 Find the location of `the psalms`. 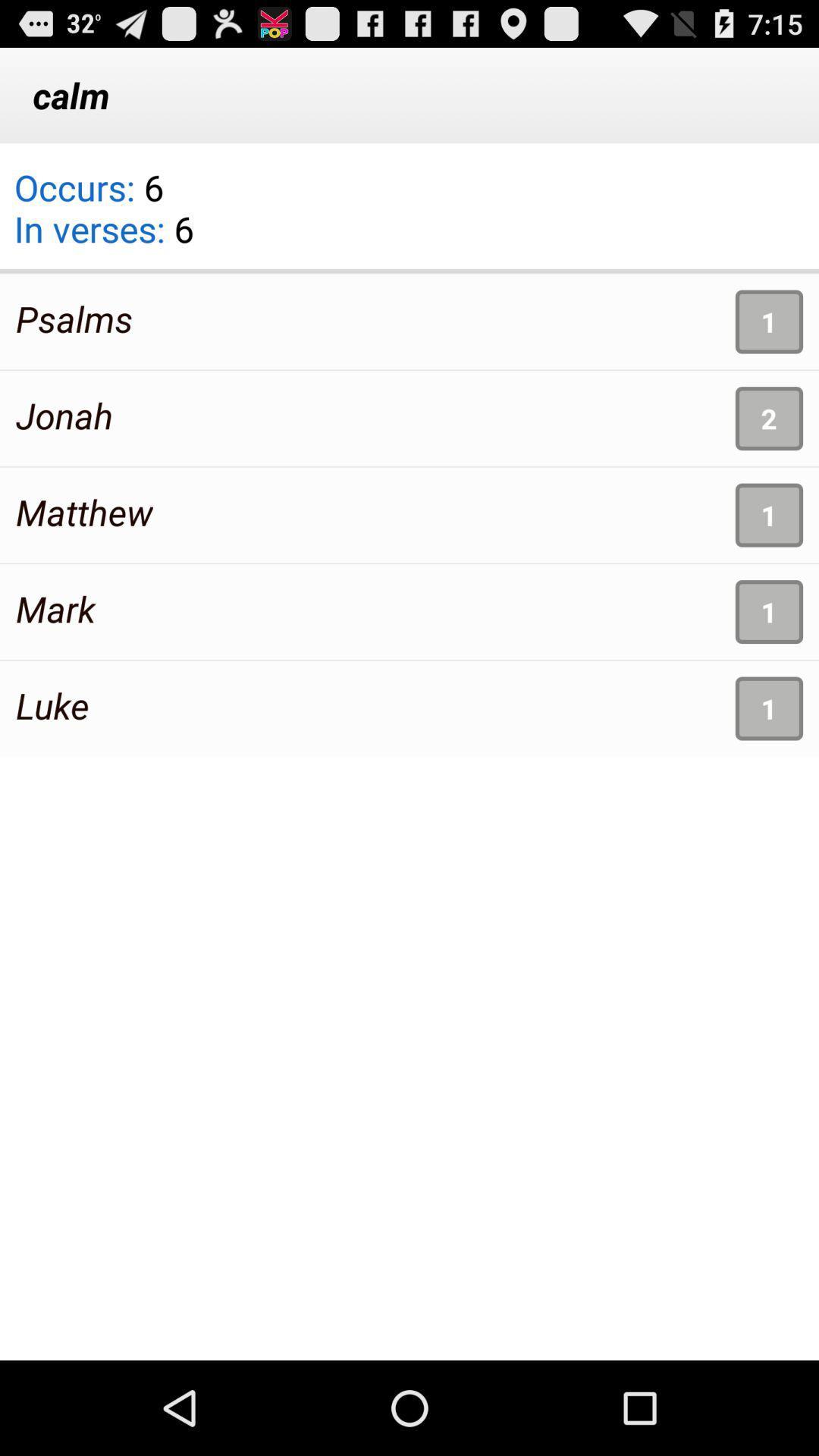

the psalms is located at coordinates (74, 318).